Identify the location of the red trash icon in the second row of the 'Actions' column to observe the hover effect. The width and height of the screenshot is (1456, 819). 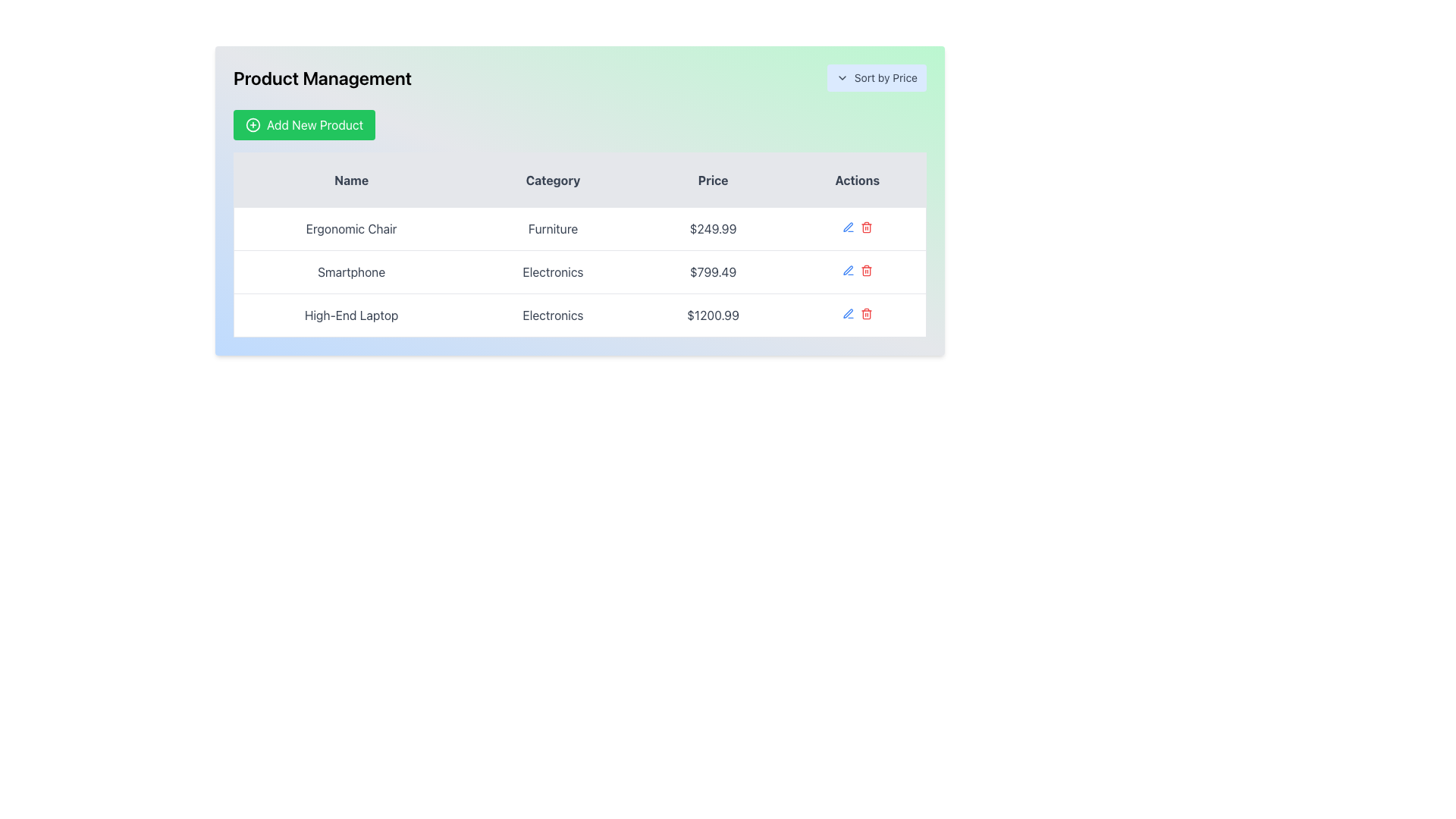
(866, 270).